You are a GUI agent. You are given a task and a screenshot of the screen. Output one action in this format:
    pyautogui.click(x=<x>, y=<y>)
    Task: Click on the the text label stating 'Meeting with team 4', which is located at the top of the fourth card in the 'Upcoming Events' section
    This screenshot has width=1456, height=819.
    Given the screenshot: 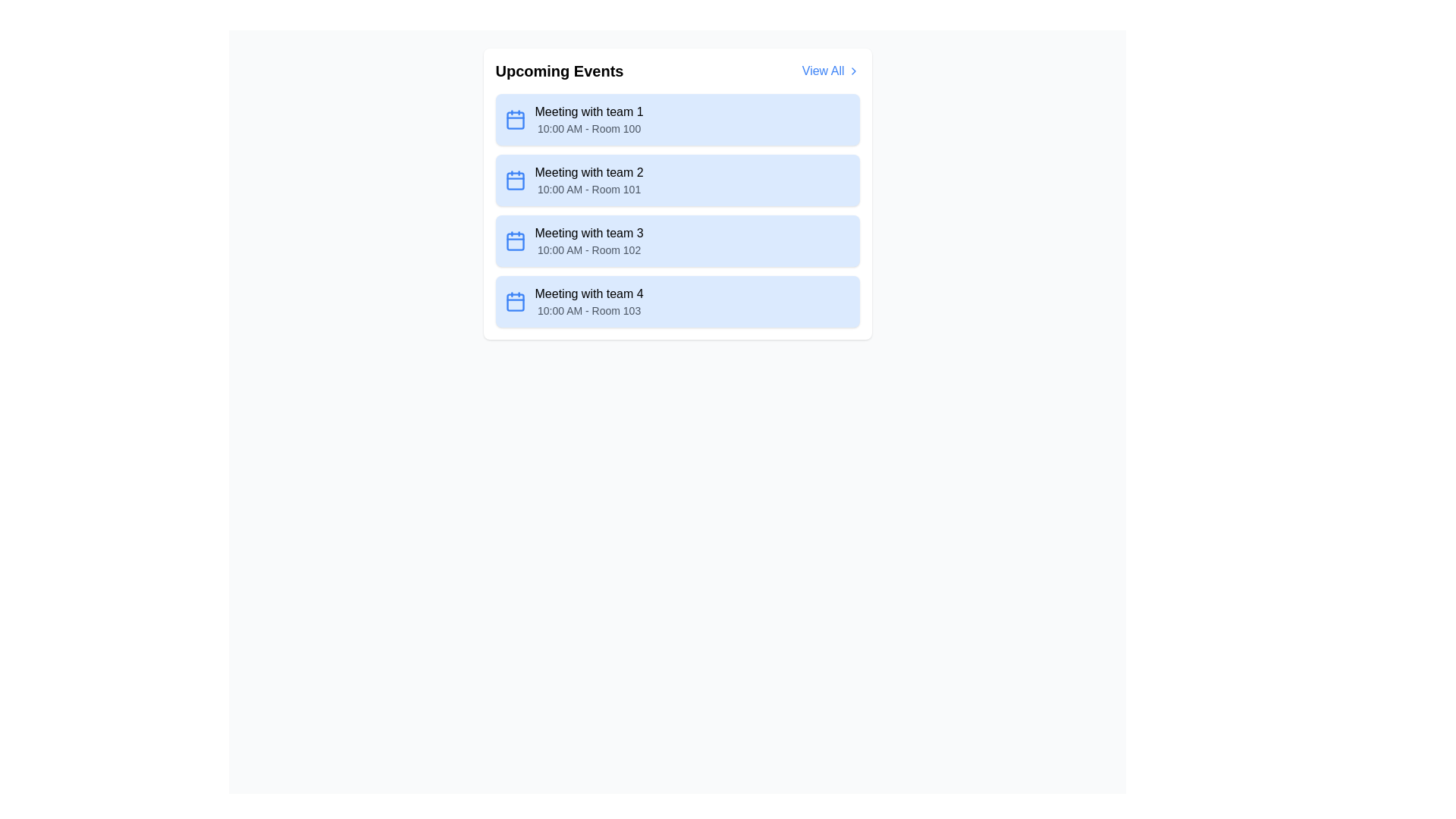 What is the action you would take?
    pyautogui.click(x=588, y=294)
    